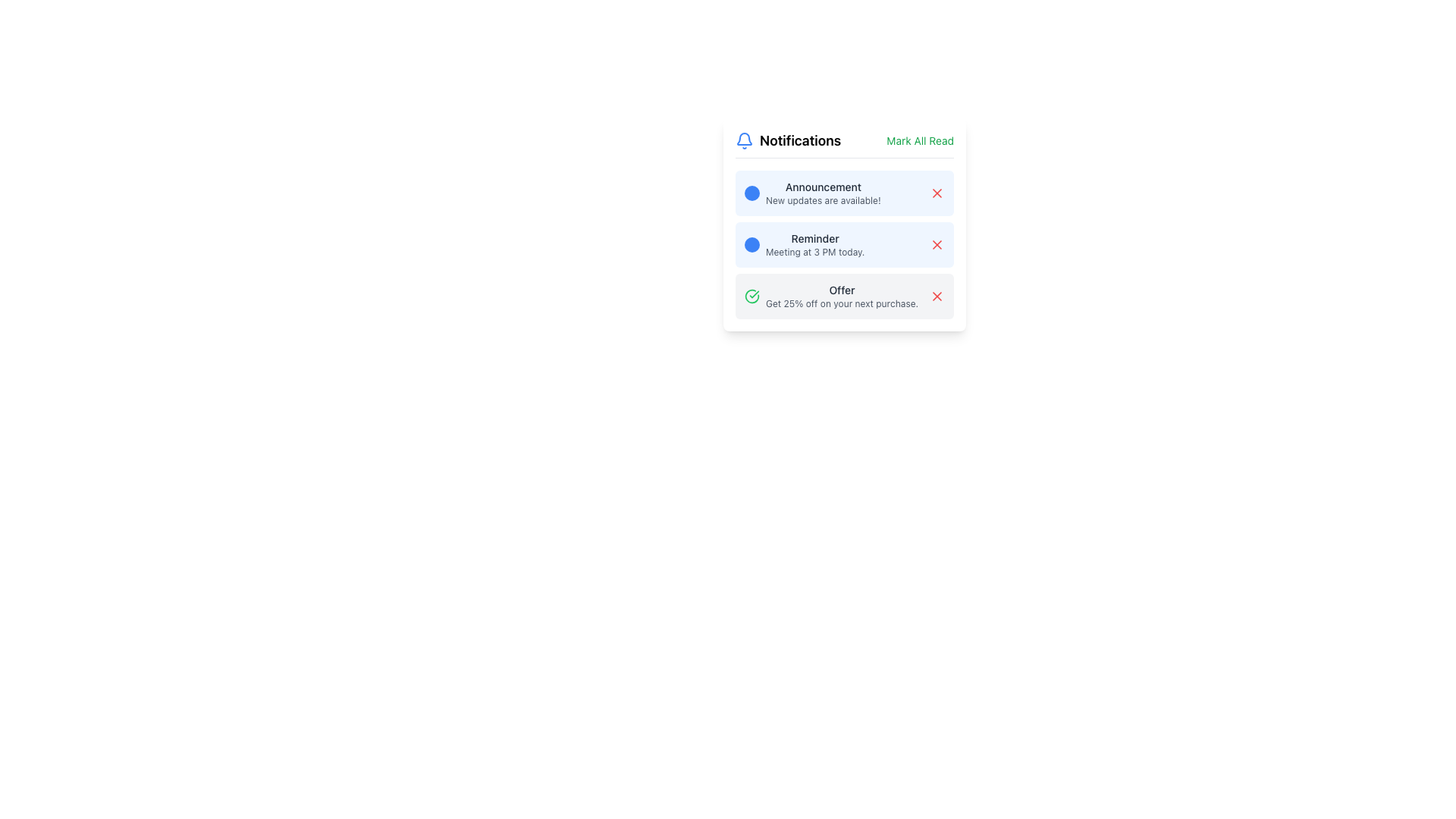  Describe the element at coordinates (822, 192) in the screenshot. I see `text in the notification title and description located at the top of the Notifications panel, adjacent to a circular icon and a close button` at that location.